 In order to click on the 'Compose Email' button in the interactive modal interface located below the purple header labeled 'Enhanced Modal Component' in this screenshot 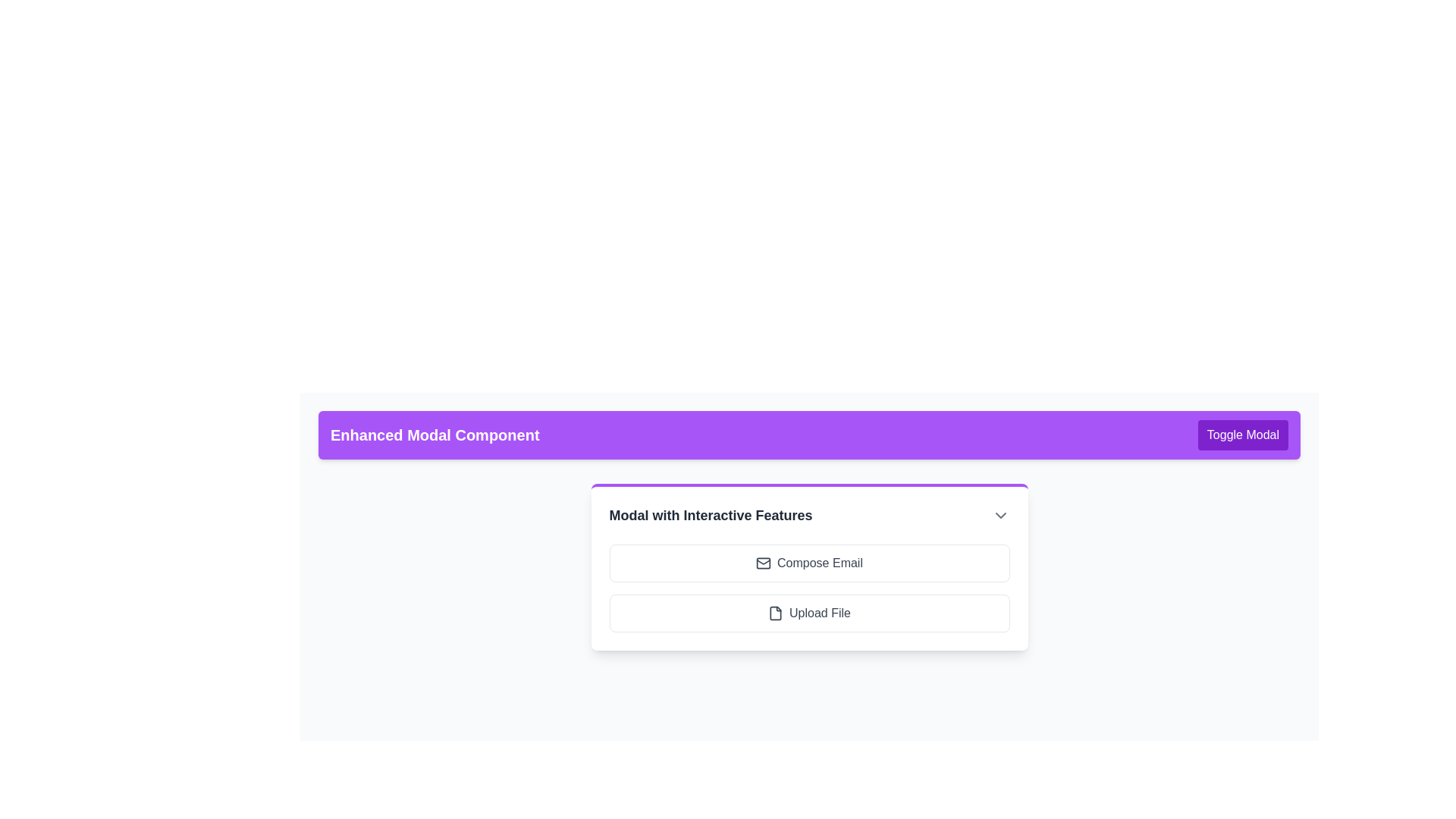, I will do `click(808, 567)`.